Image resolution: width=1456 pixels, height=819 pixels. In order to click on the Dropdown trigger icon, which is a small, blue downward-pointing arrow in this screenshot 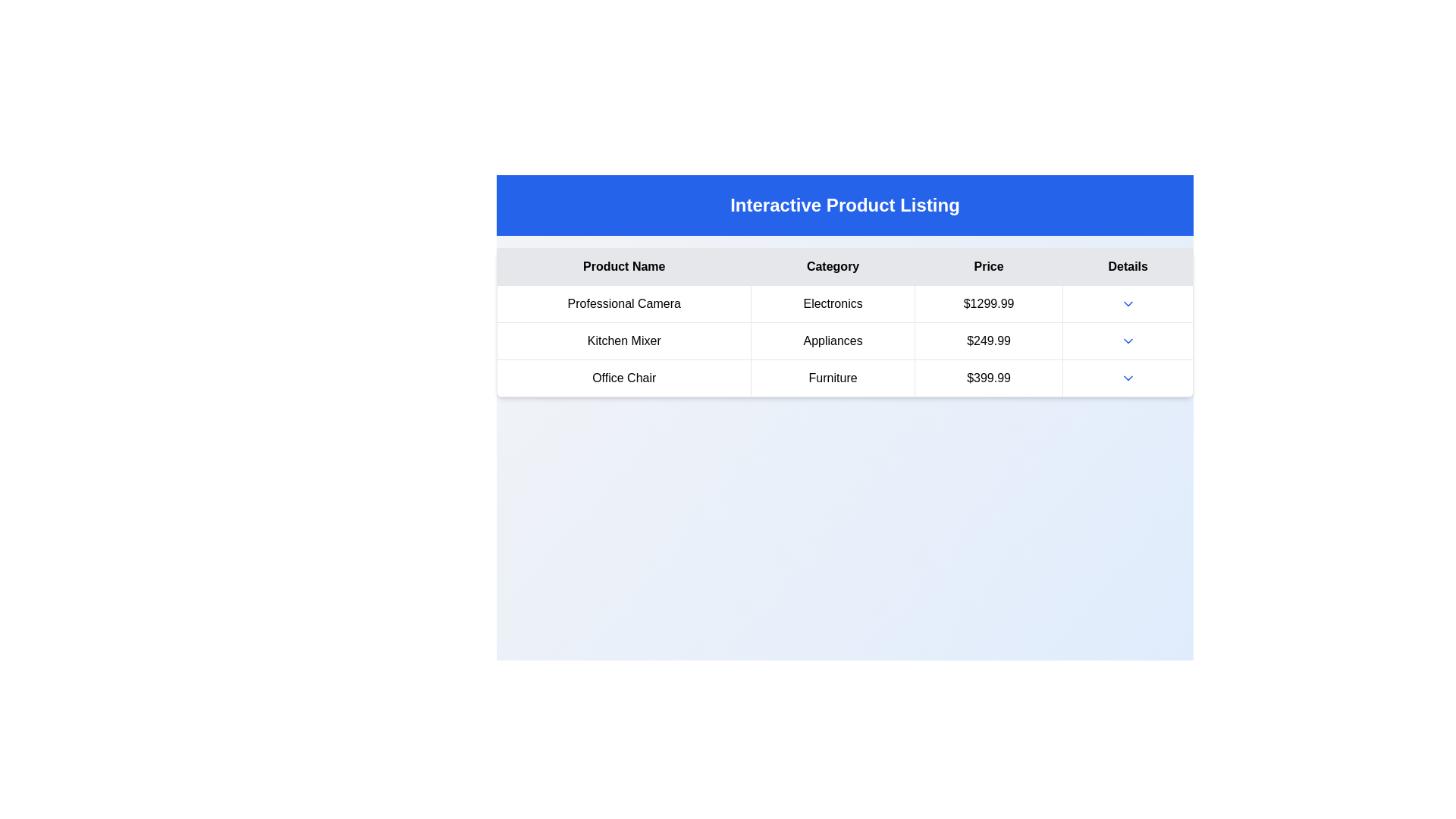, I will do `click(1128, 377)`.